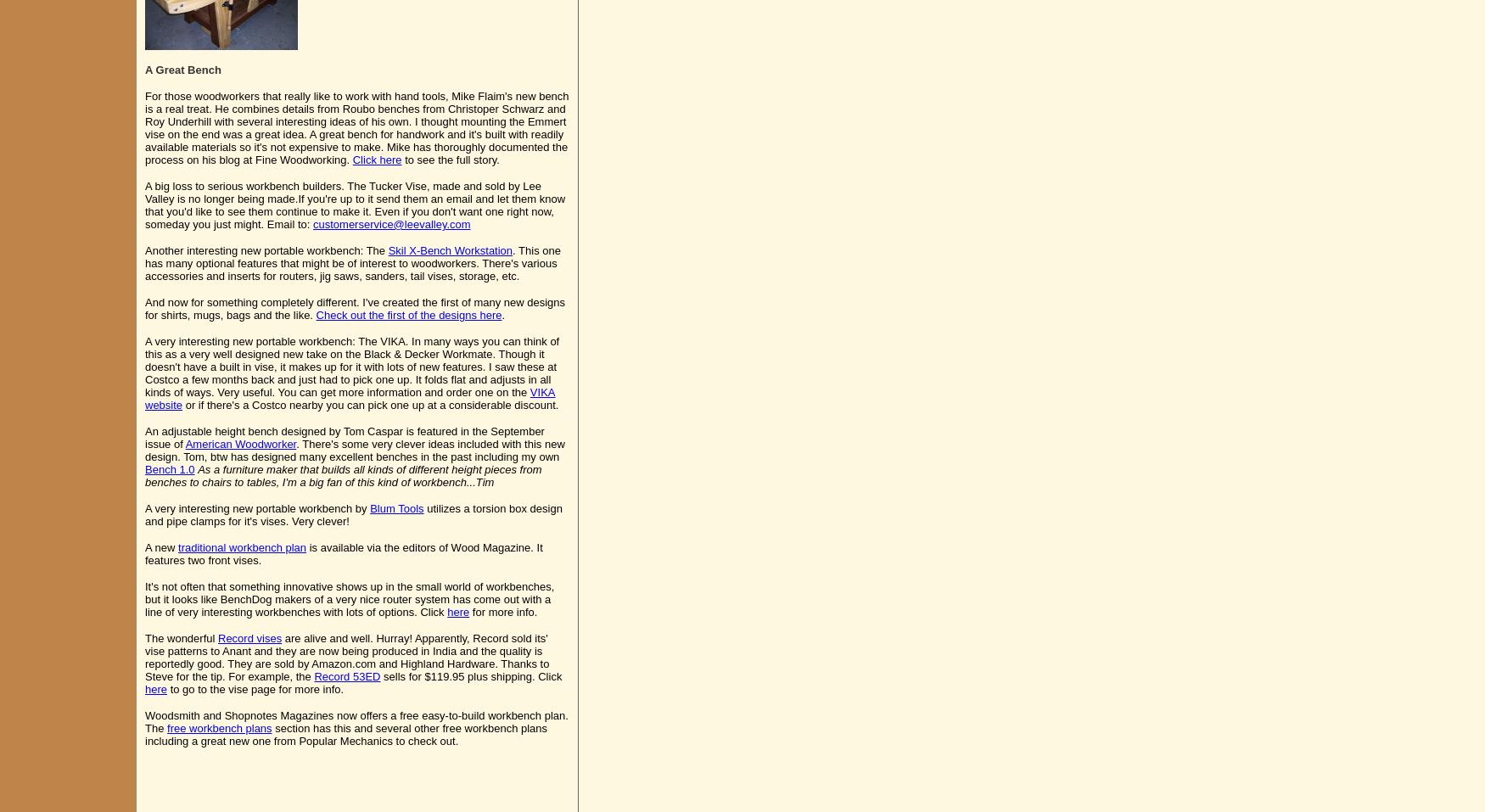  Describe the element at coordinates (356, 720) in the screenshot. I see `'Woodsmith and Shopnotes Magazines now offers a free 
                    easy-to-build workbench plan. The'` at that location.